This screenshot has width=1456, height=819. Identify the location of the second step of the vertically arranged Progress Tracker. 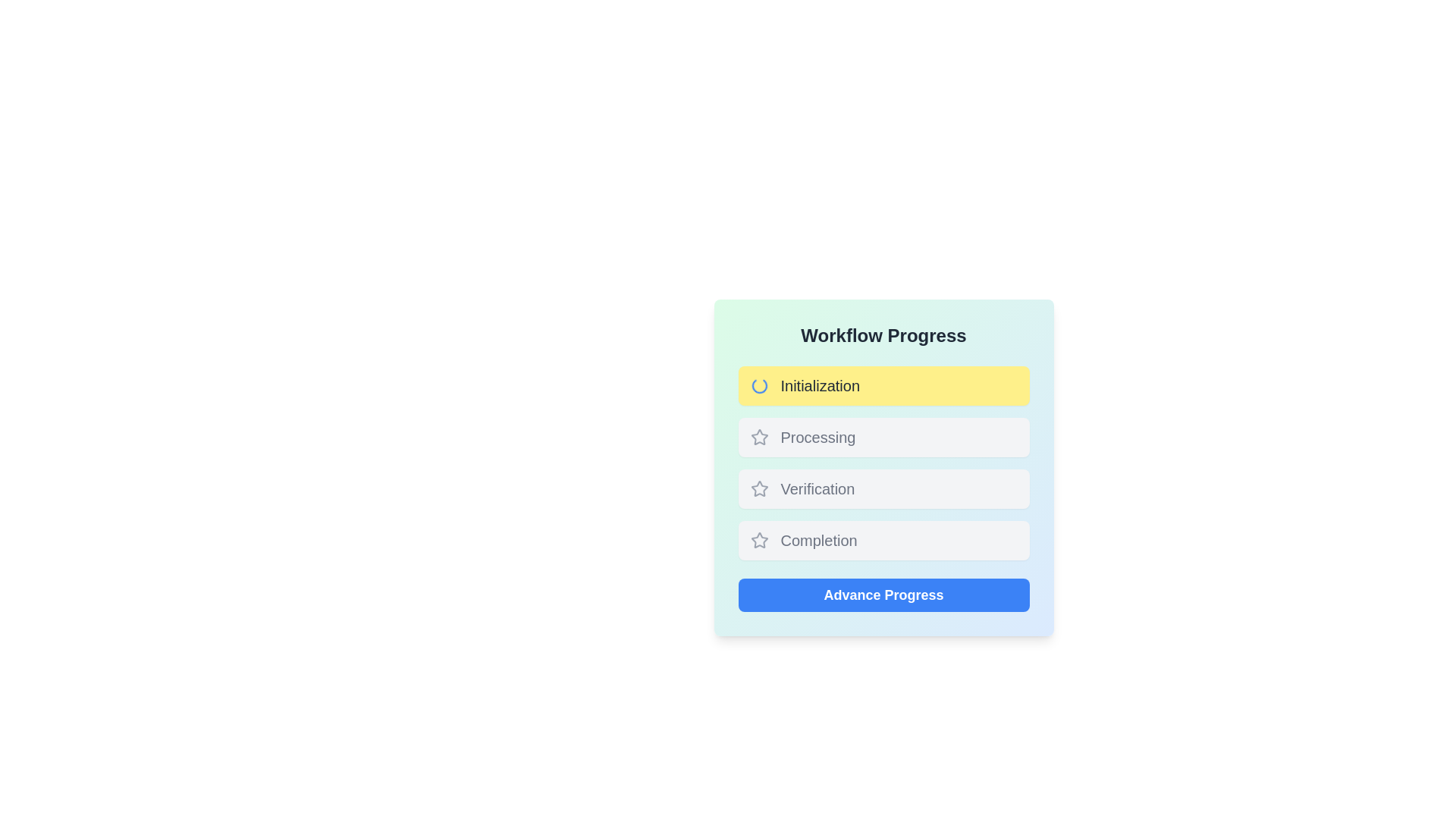
(883, 462).